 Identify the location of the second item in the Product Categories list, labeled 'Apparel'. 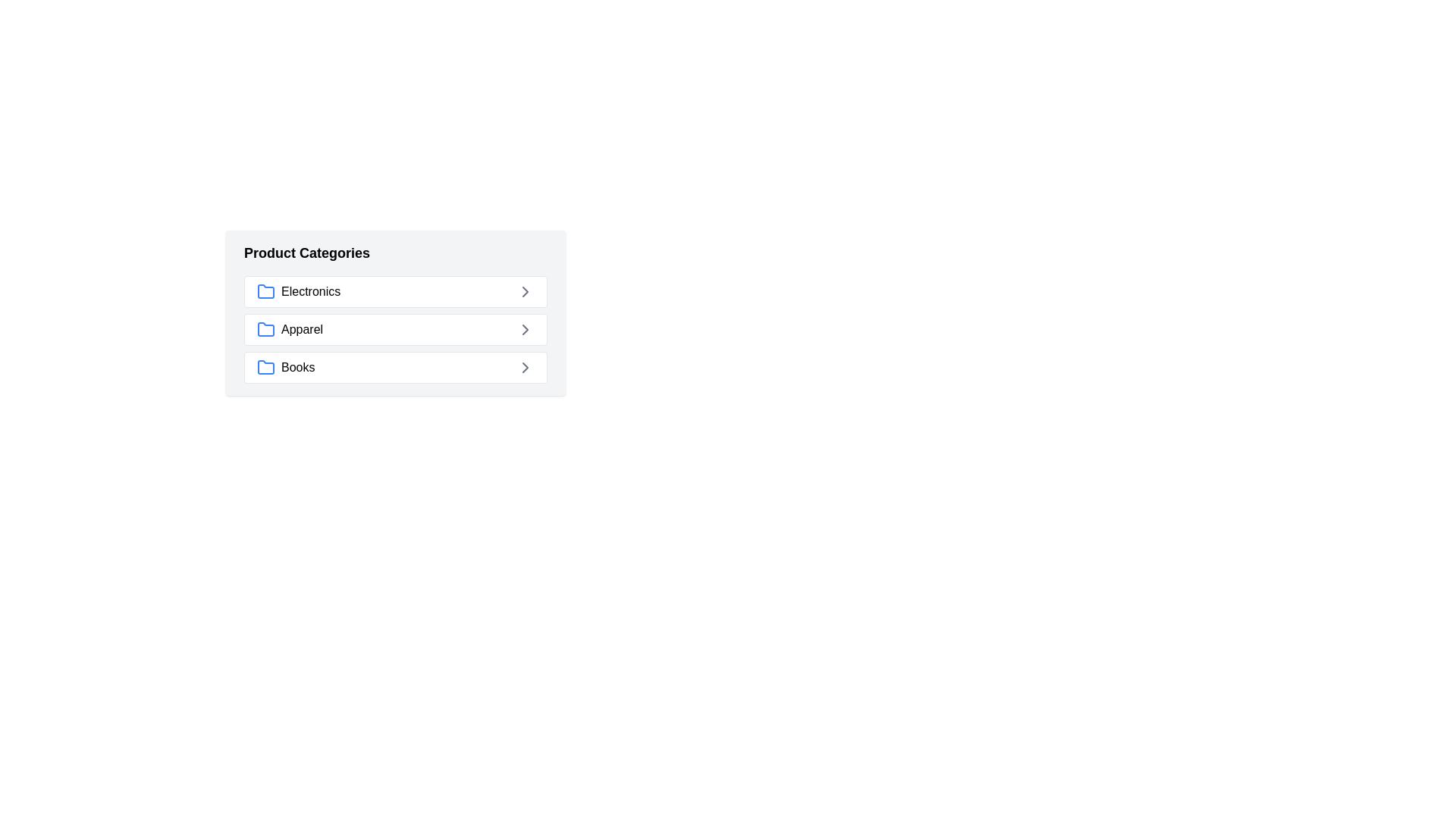
(396, 329).